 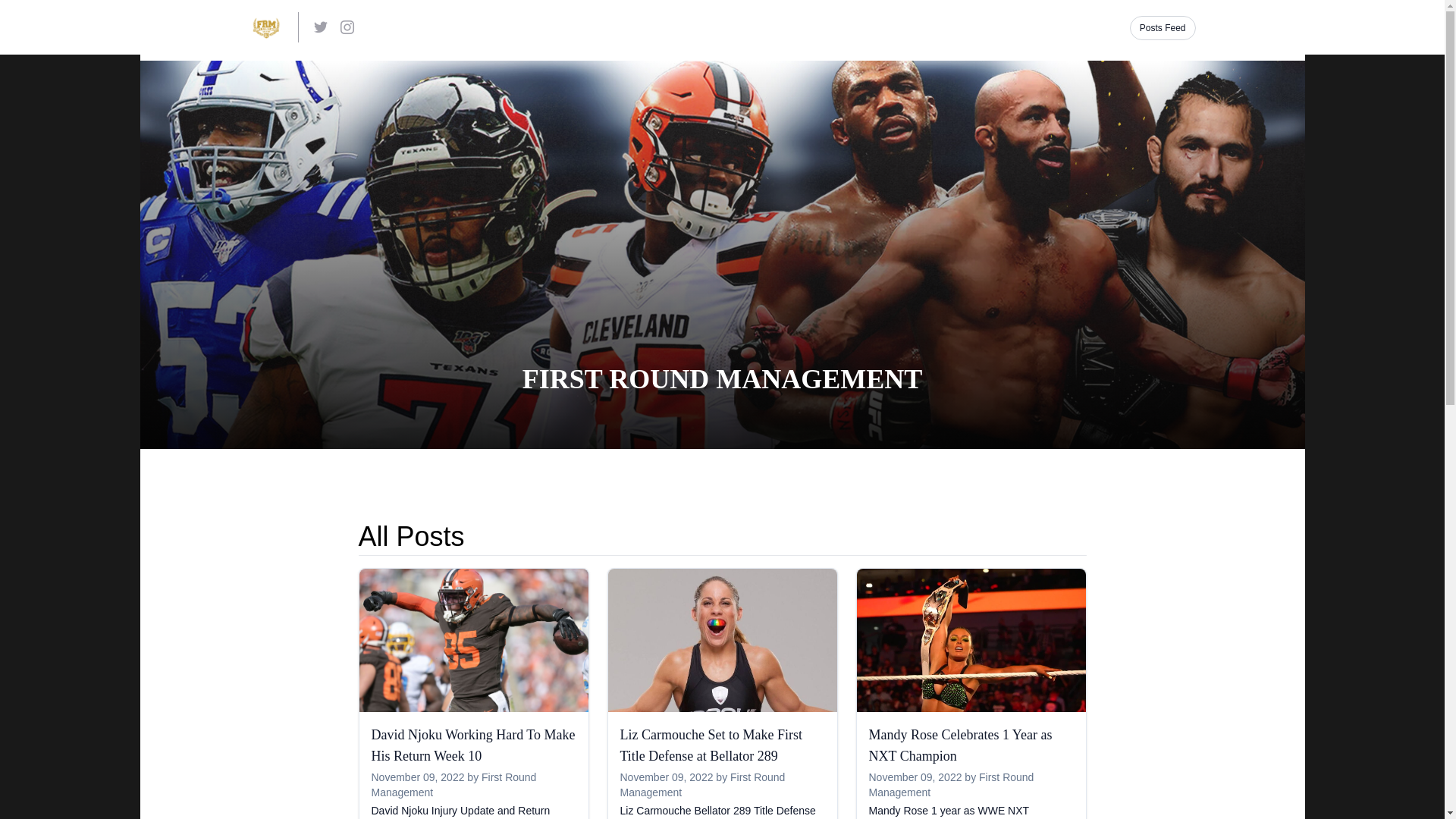 I want to click on 'Posts Feed', so click(x=1162, y=28).